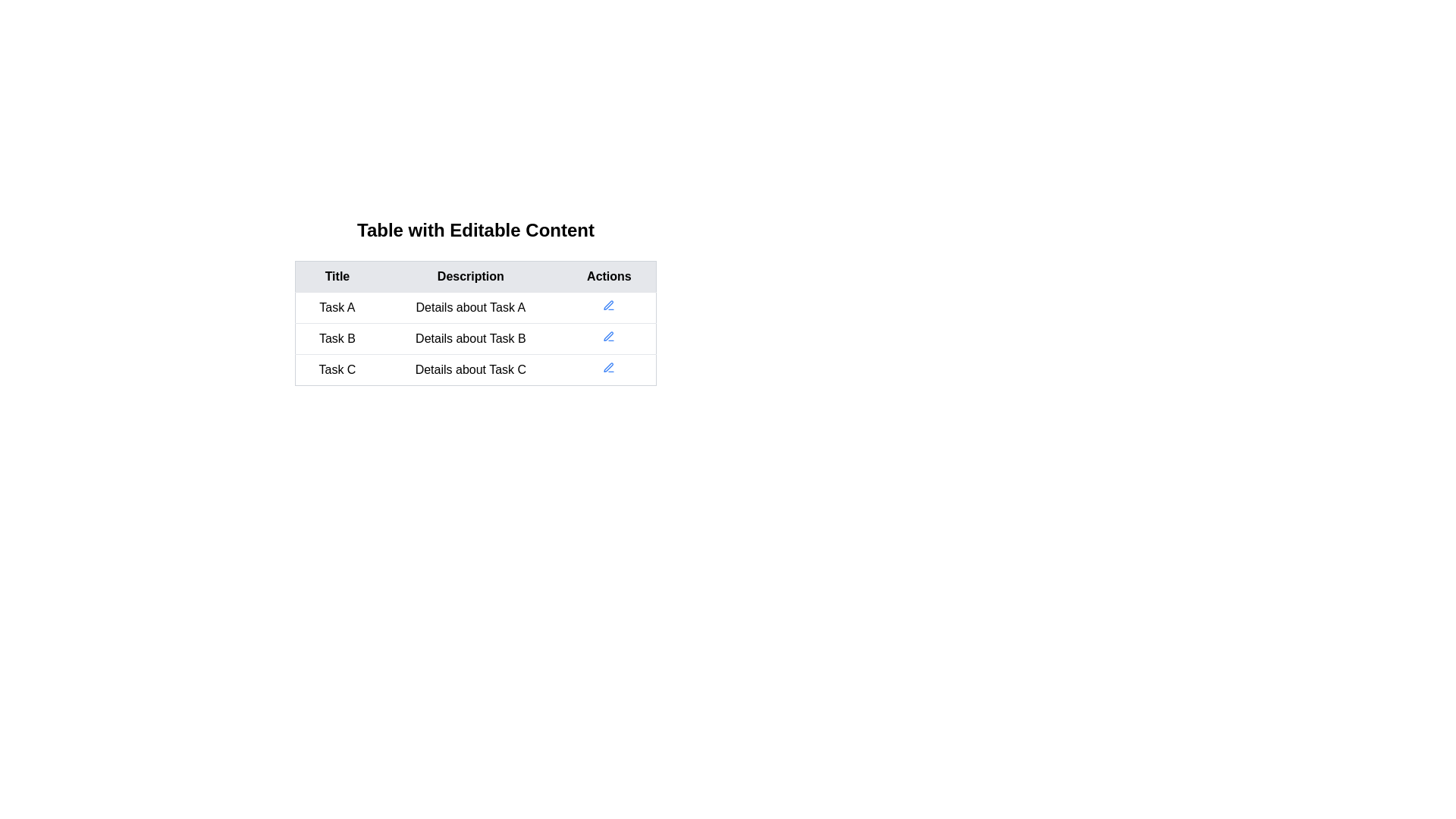  What do you see at coordinates (609, 277) in the screenshot?
I see `the third column header cell of the table, which labels the column containing action-related elements` at bounding box center [609, 277].